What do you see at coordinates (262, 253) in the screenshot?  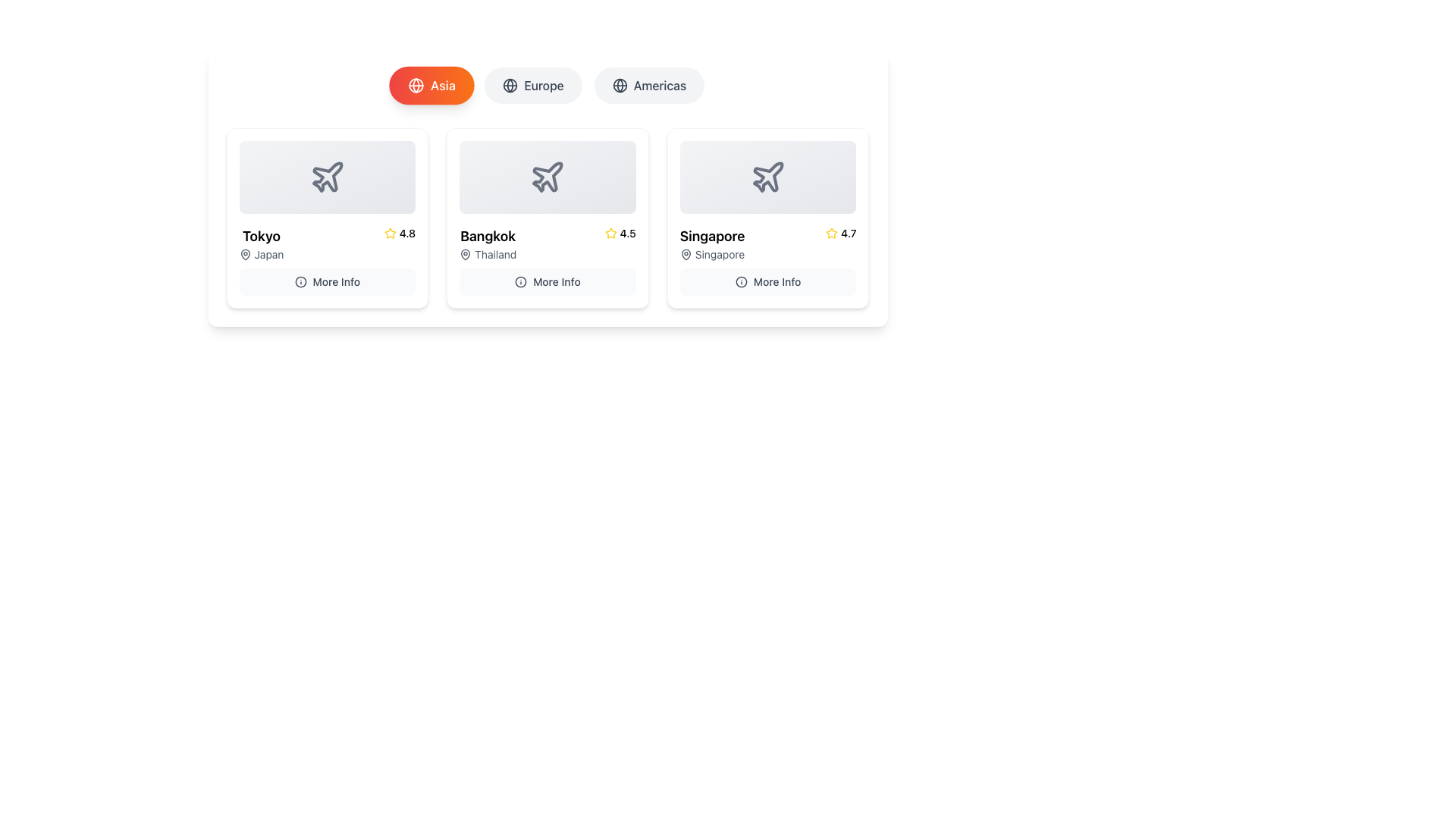 I see `the stylized label displaying 'Japan' with a map pin icon, located below the title 'Tokyo' in the travel destination card layout` at bounding box center [262, 253].